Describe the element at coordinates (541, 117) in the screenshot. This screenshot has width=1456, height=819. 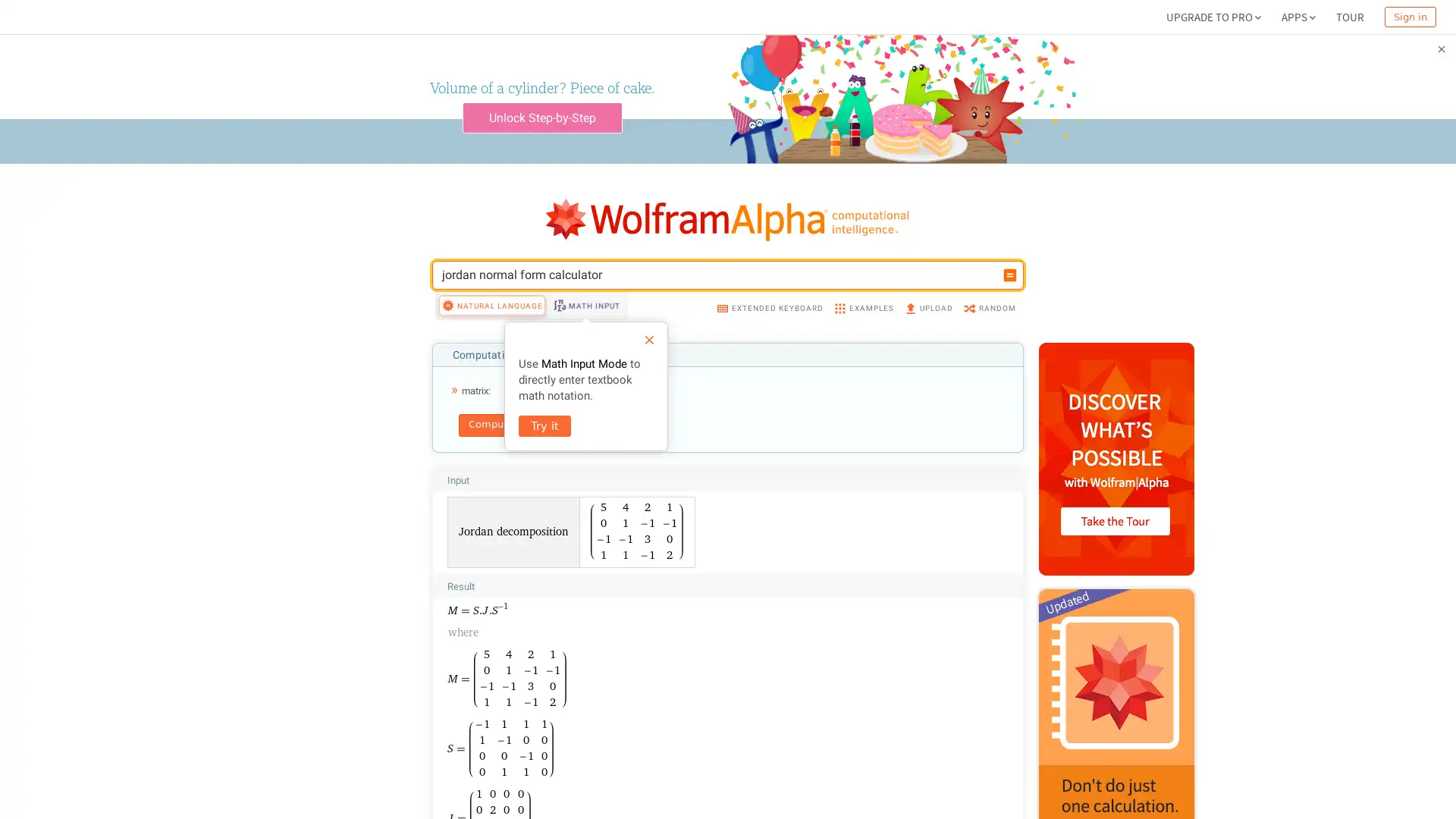
I see `Unlock Step-by-Step` at that location.